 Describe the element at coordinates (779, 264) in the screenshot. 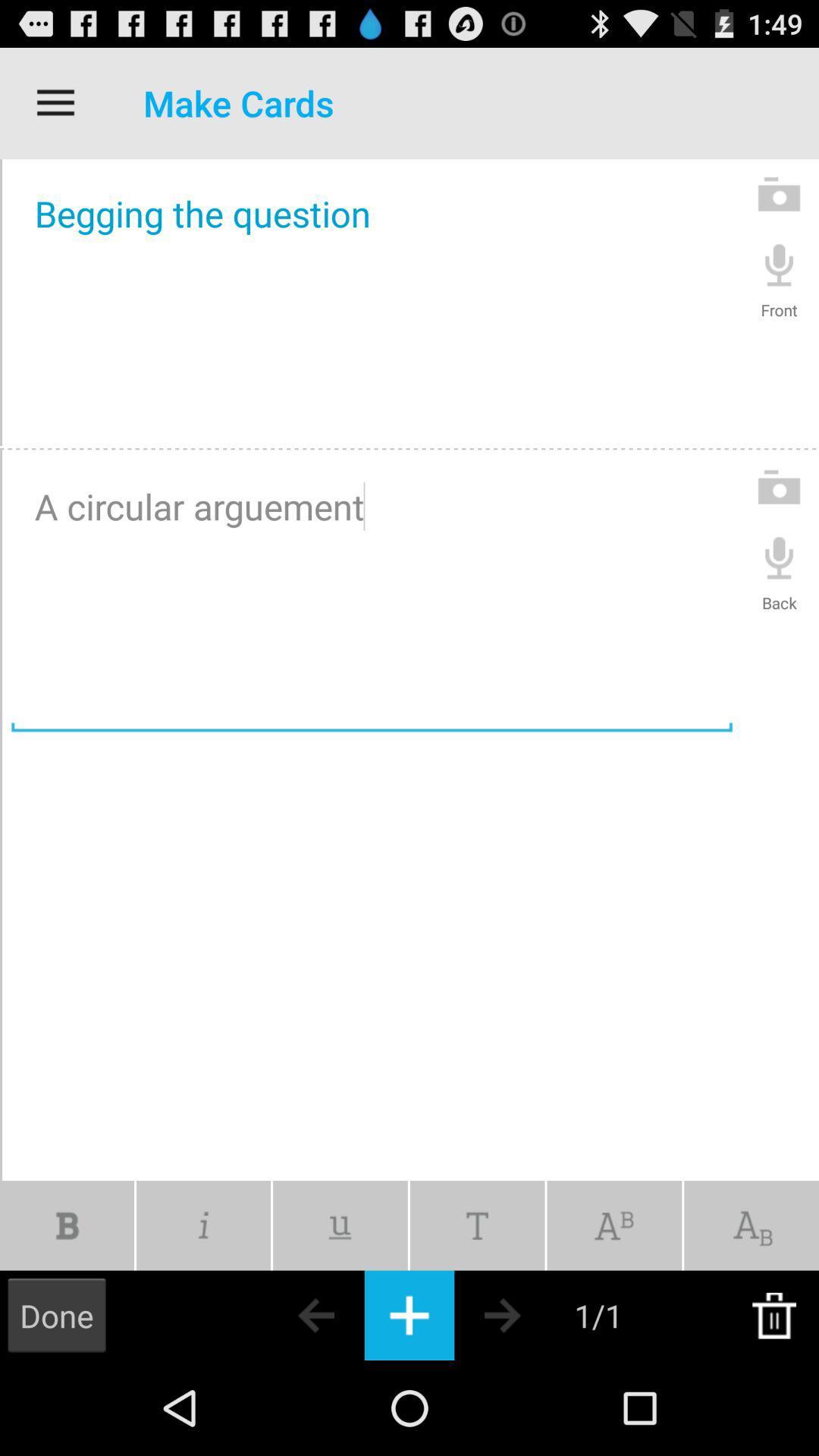

I see `the mic icon in the first row` at that location.